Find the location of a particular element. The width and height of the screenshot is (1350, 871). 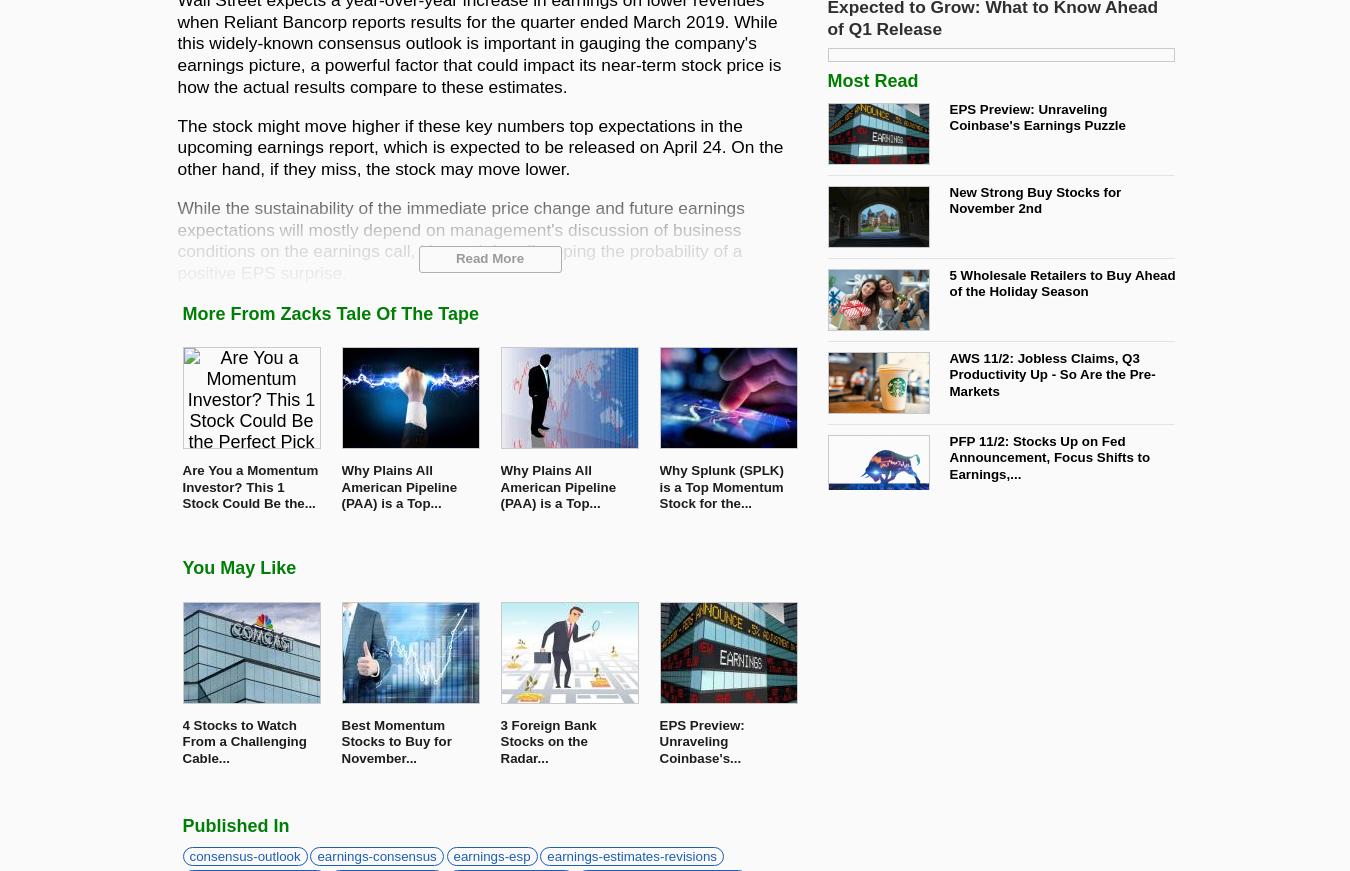

'consensus-outlook' is located at coordinates (189, 856).